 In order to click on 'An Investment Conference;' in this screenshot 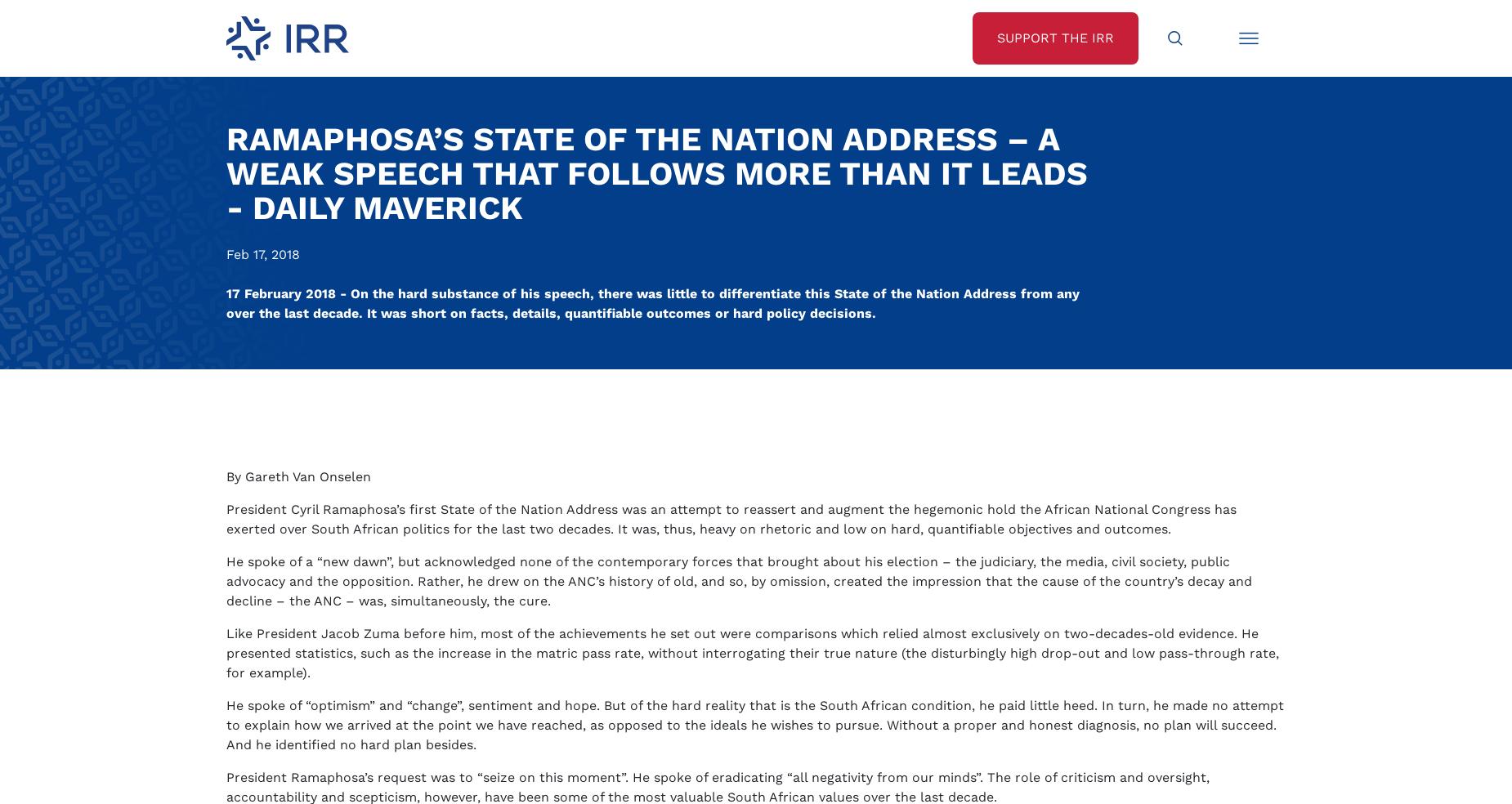, I will do `click(339, 299)`.